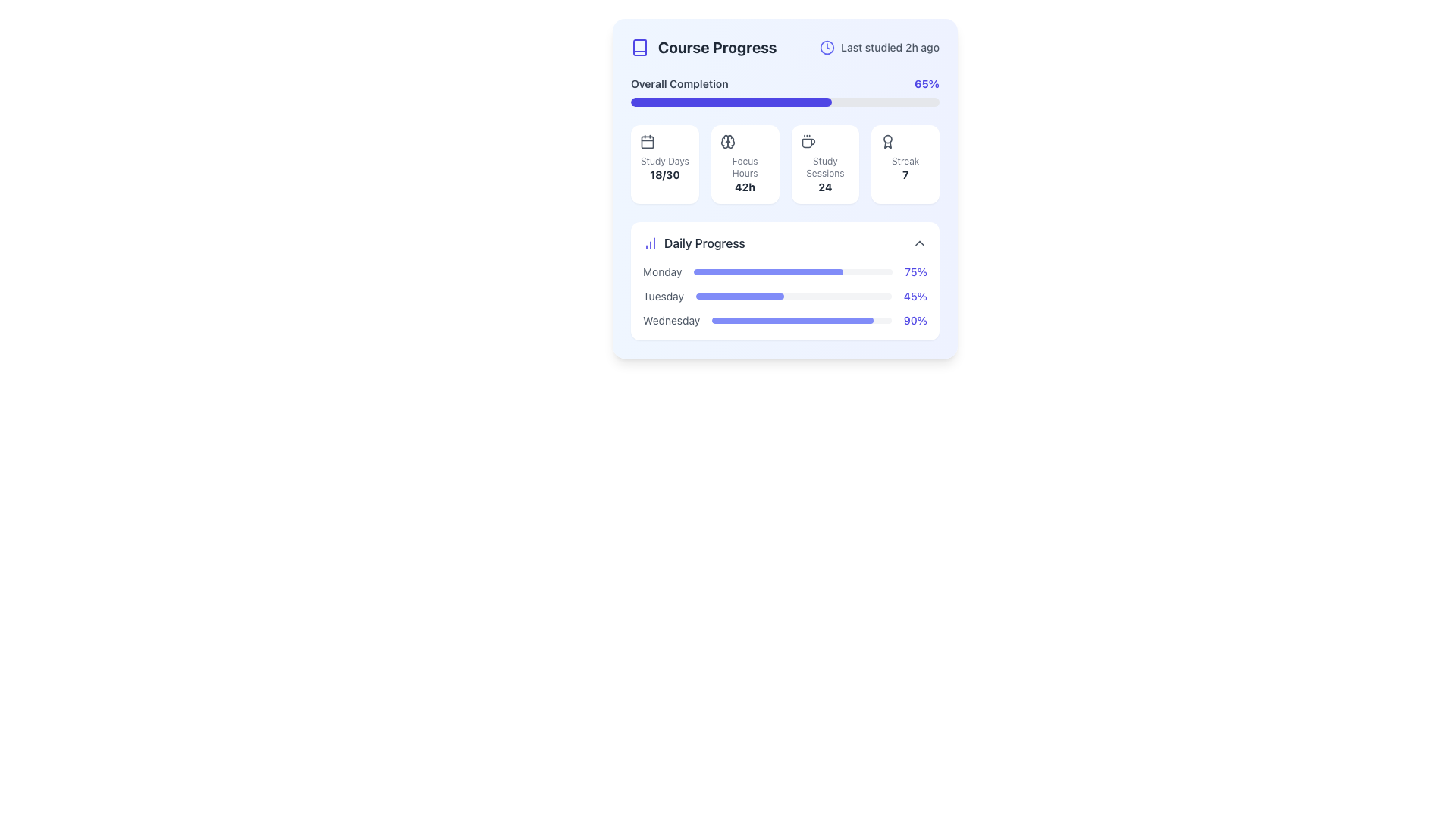 This screenshot has width=1456, height=819. What do you see at coordinates (905, 161) in the screenshot?
I see `the text label indicating a streak count, which is positioned above the number '7' and aligned with an award icon` at bounding box center [905, 161].